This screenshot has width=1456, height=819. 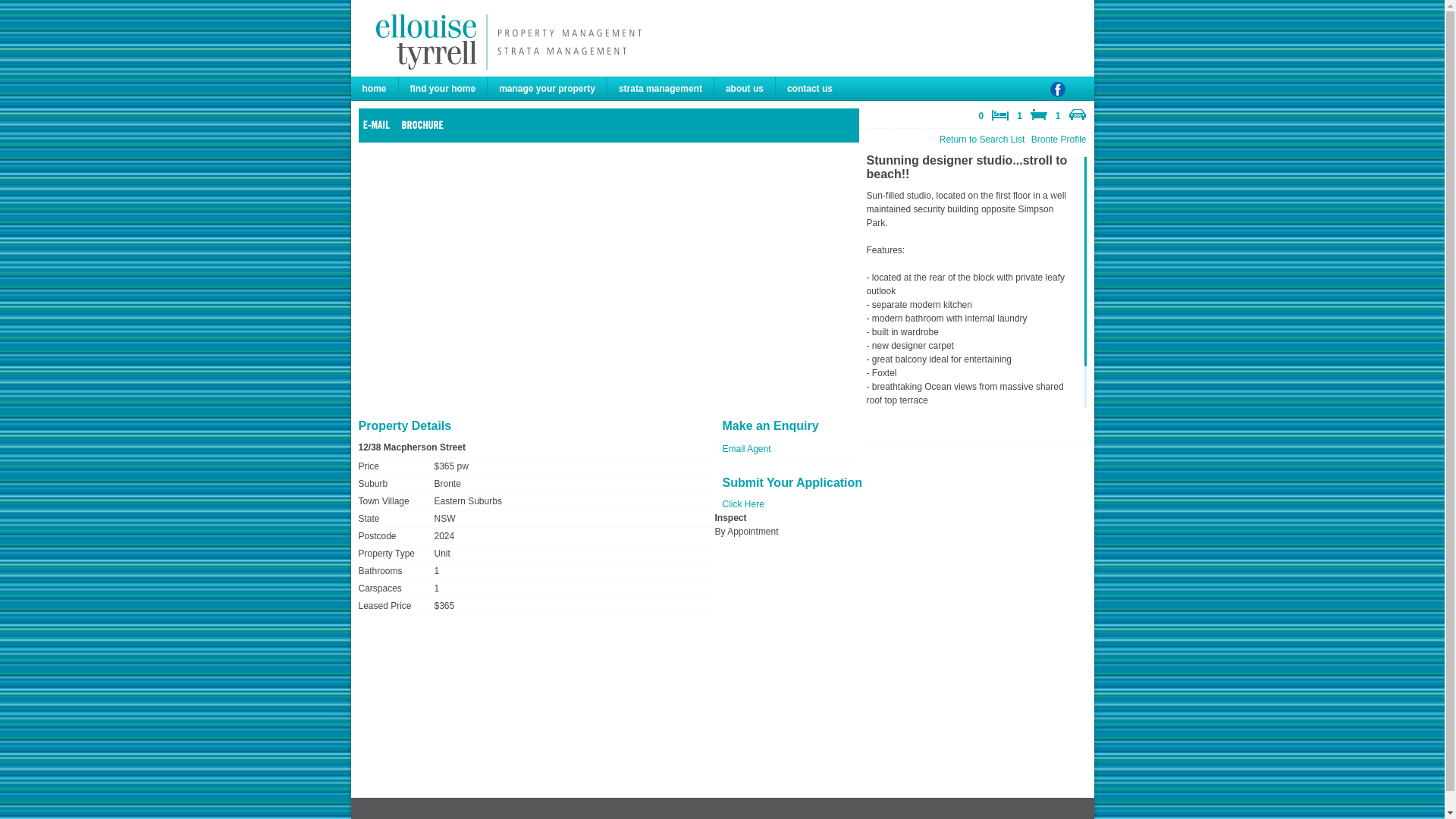 What do you see at coordinates (720, 504) in the screenshot?
I see `'Click Here'` at bounding box center [720, 504].